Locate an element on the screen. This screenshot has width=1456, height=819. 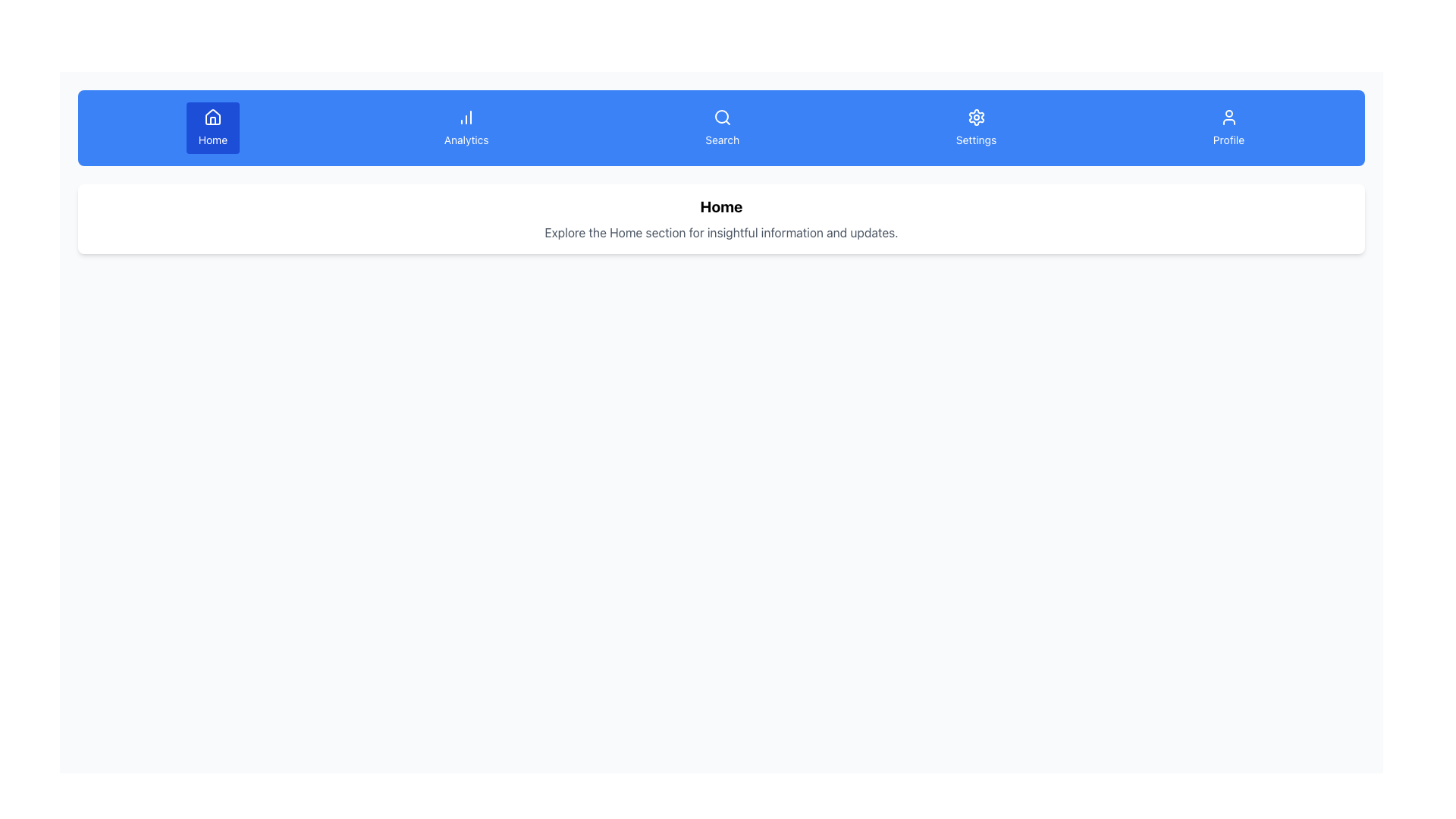
the 'Search' button with a blue background, located centrally in the navigation bar between 'Analytics' and 'Settings', to invoke the search functionality is located at coordinates (721, 127).